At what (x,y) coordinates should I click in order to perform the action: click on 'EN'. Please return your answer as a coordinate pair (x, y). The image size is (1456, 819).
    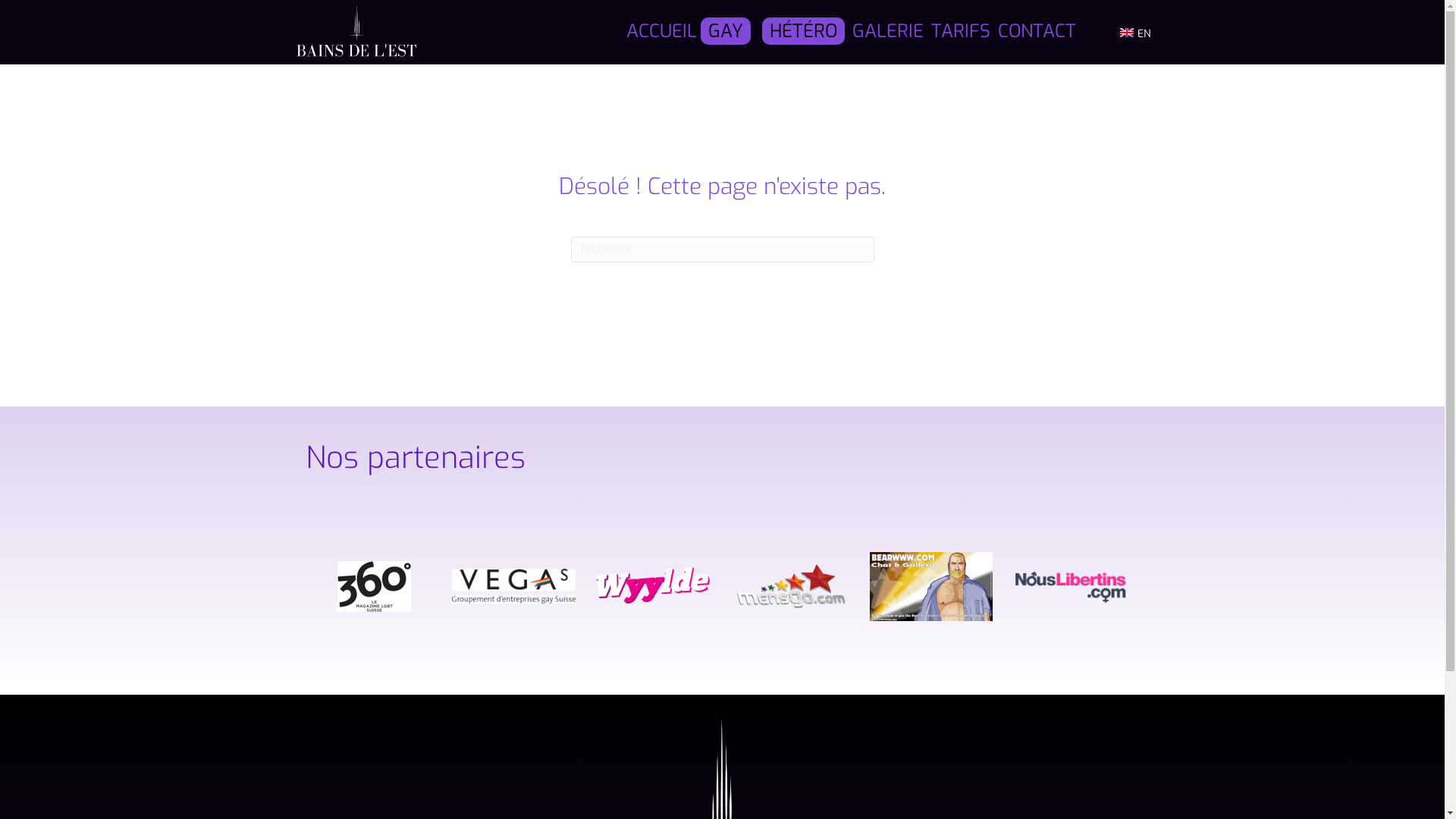
    Looking at the image, I should click on (1135, 32).